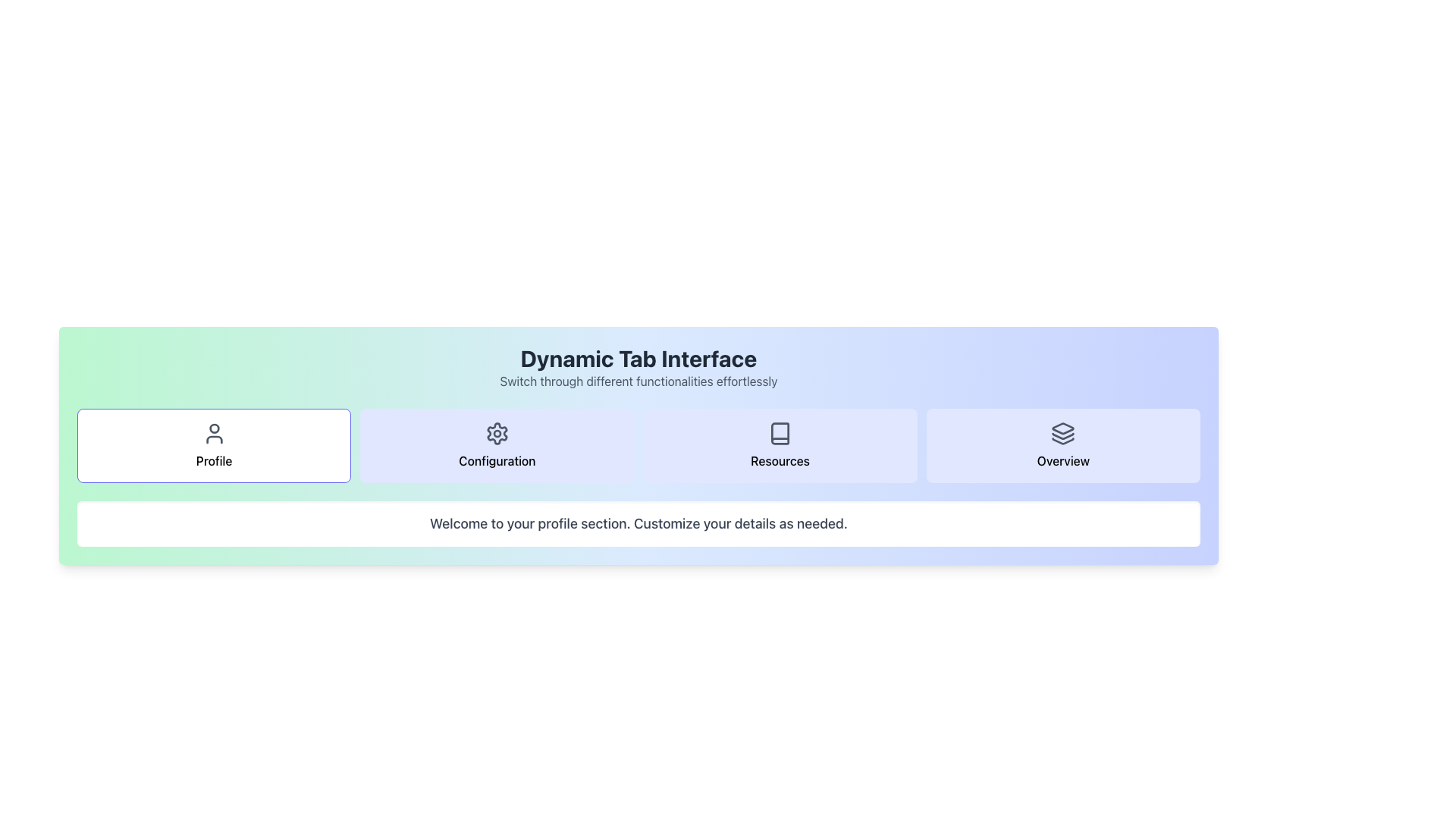 Image resolution: width=1456 pixels, height=819 pixels. Describe the element at coordinates (639, 522) in the screenshot. I see `informational text block that welcomes the user to their profile section and provides customization suggestions, located in the lower part of the main interface, below the tab components` at that location.